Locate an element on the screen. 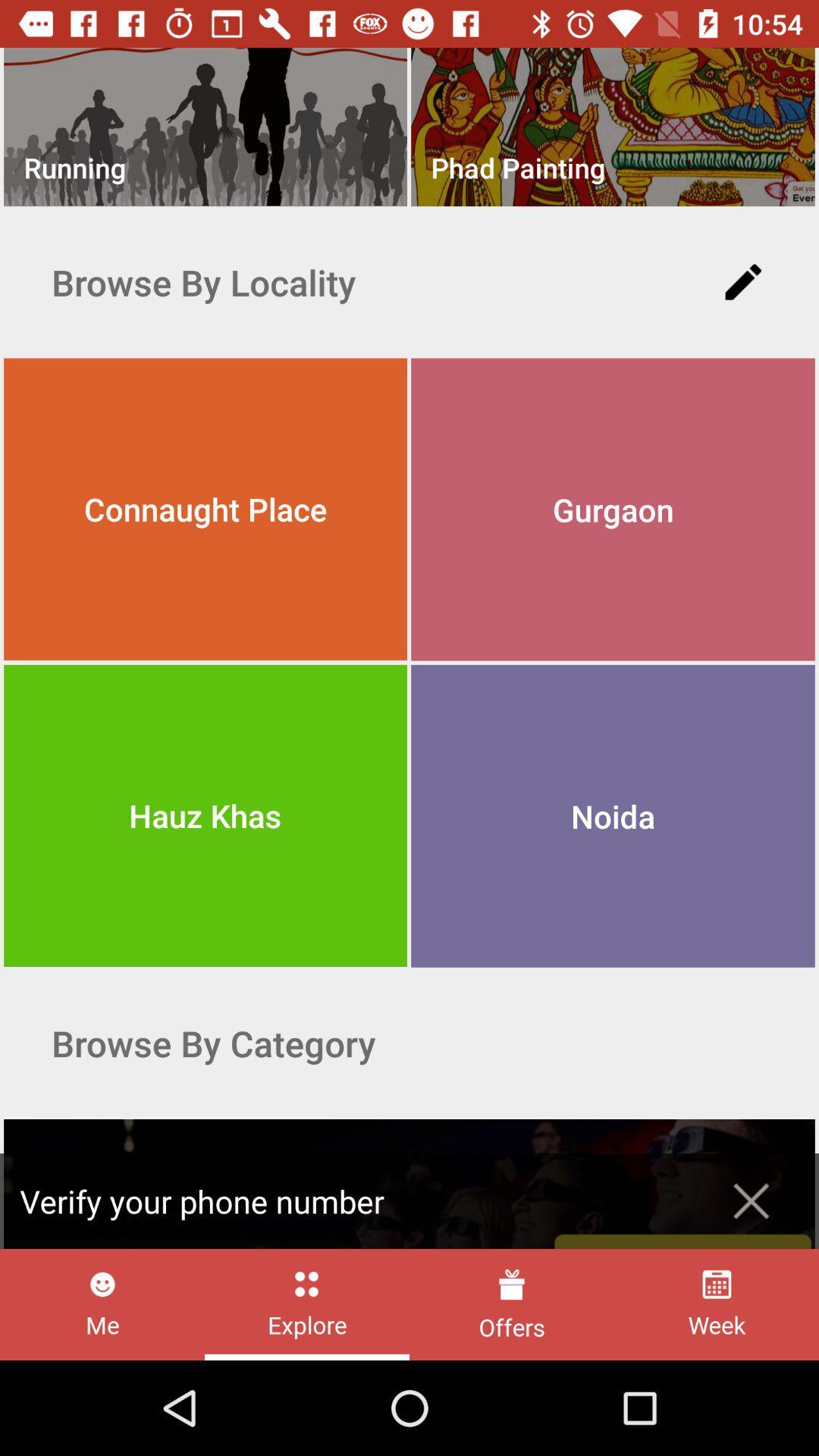 The height and width of the screenshot is (1456, 819). item next to explore icon is located at coordinates (512, 1304).